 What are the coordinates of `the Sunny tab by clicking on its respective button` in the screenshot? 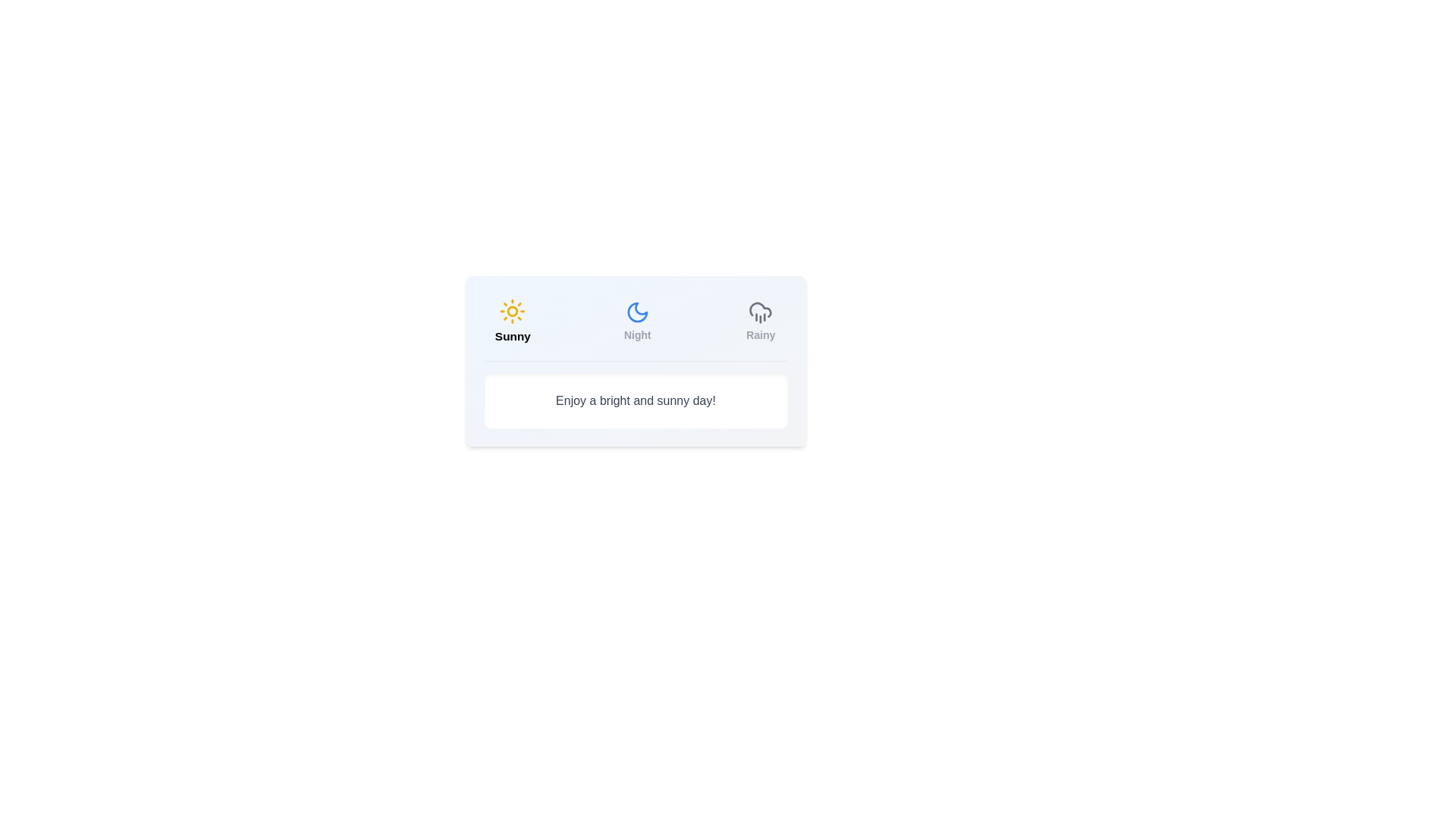 It's located at (512, 321).